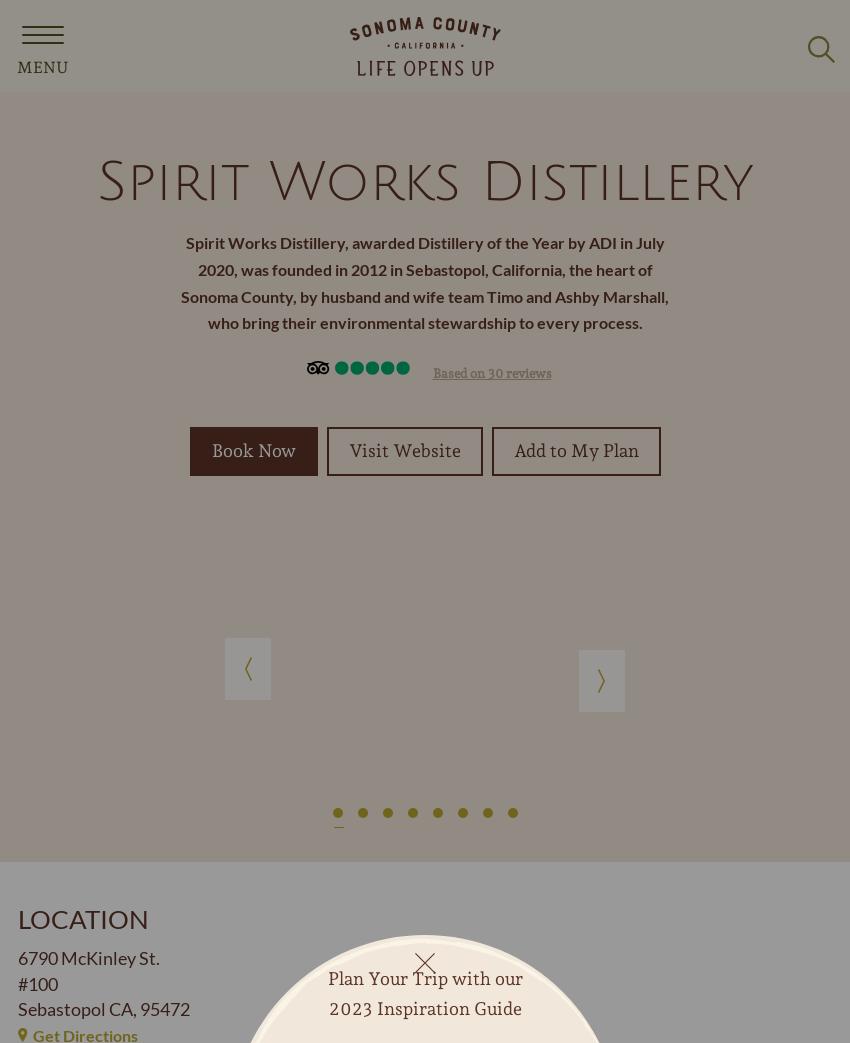 This screenshot has height=1043, width=850. Describe the element at coordinates (413, 815) in the screenshot. I see `'4'` at that location.